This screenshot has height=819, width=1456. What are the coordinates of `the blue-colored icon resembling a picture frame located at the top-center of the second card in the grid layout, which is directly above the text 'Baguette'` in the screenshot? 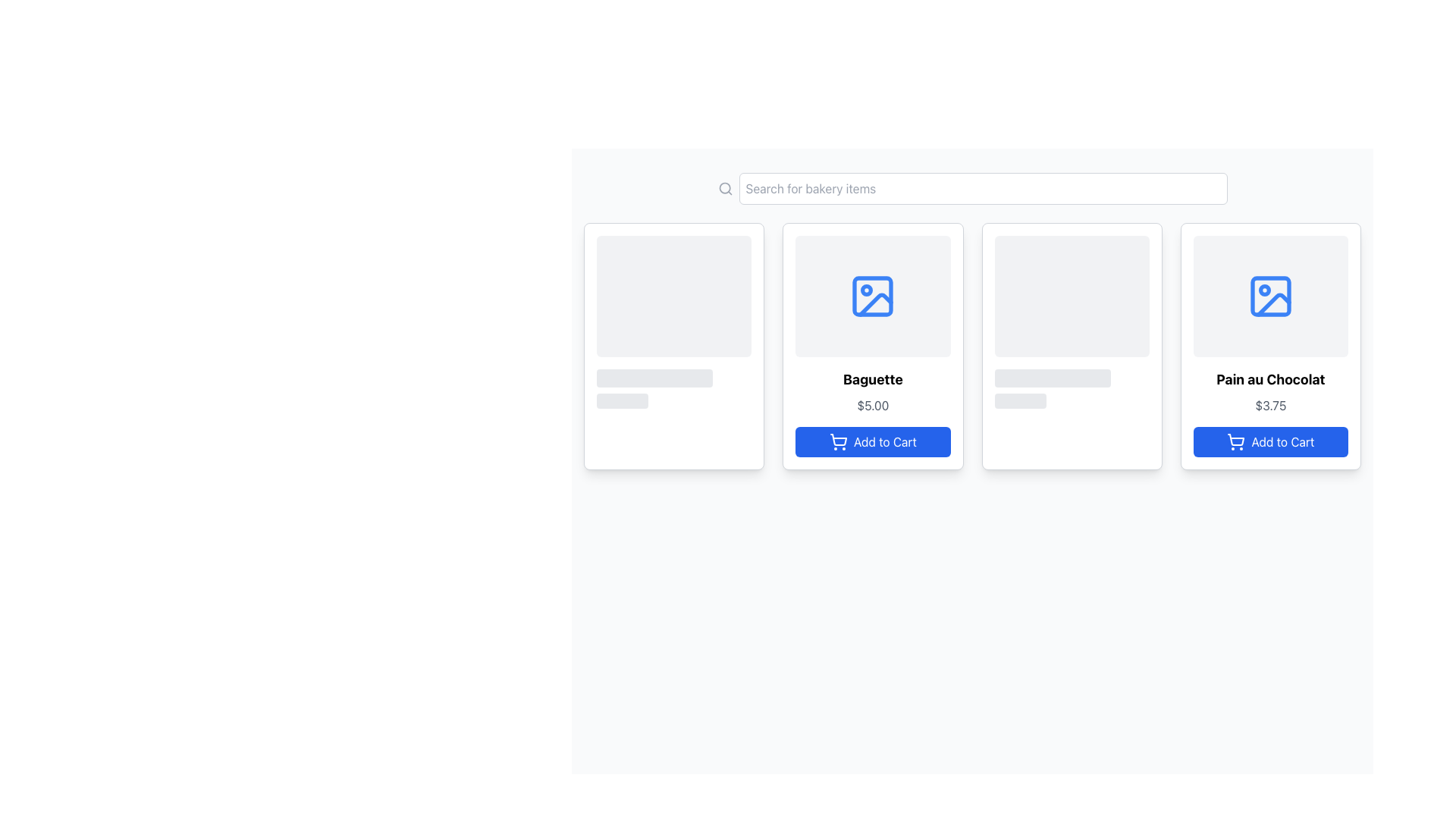 It's located at (873, 296).